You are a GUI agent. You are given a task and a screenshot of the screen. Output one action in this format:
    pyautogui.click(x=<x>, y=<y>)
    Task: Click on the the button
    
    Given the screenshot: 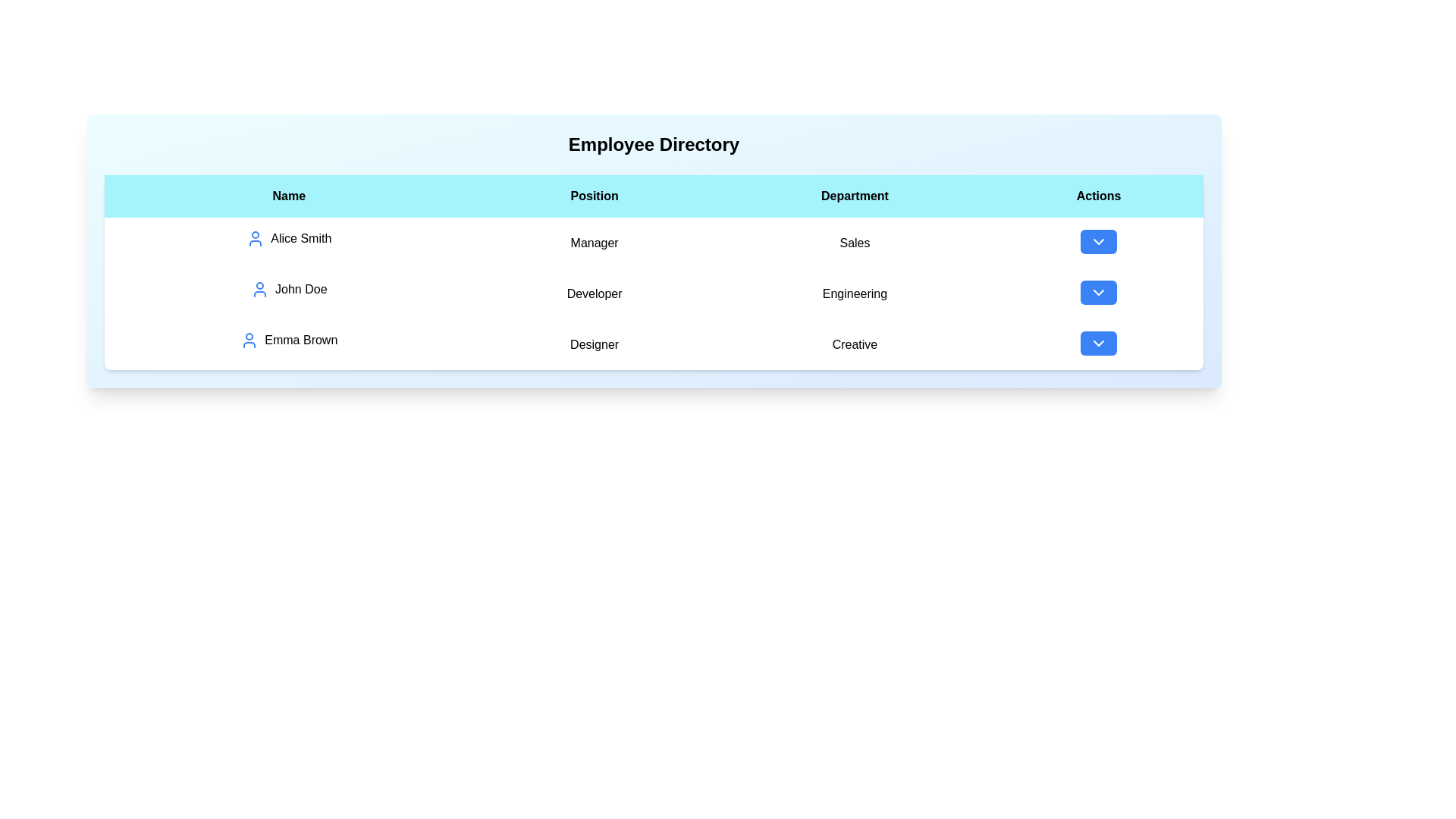 What is the action you would take?
    pyautogui.click(x=1099, y=293)
    